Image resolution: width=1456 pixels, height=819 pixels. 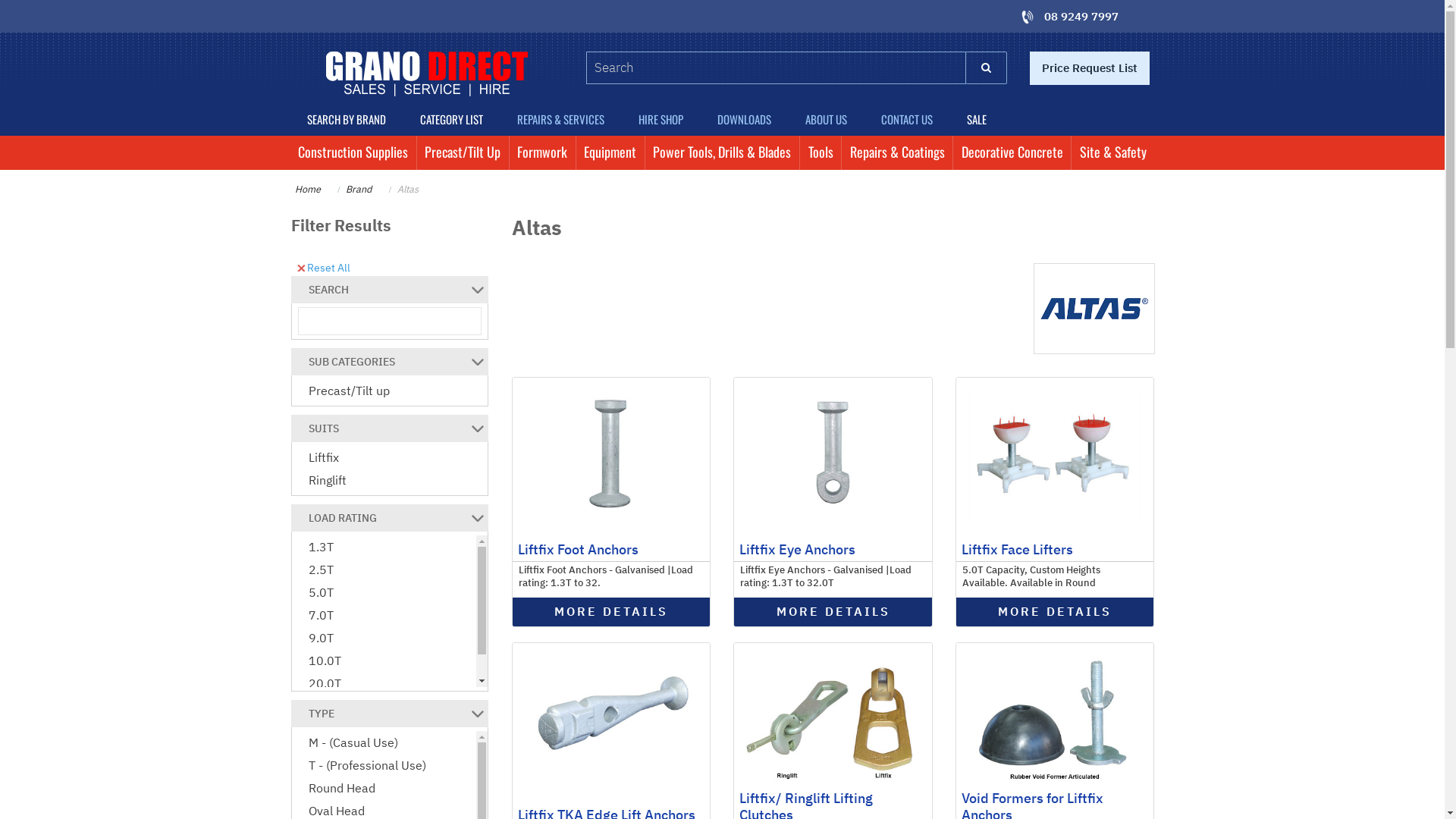 I want to click on 'Equipment', so click(x=610, y=152).